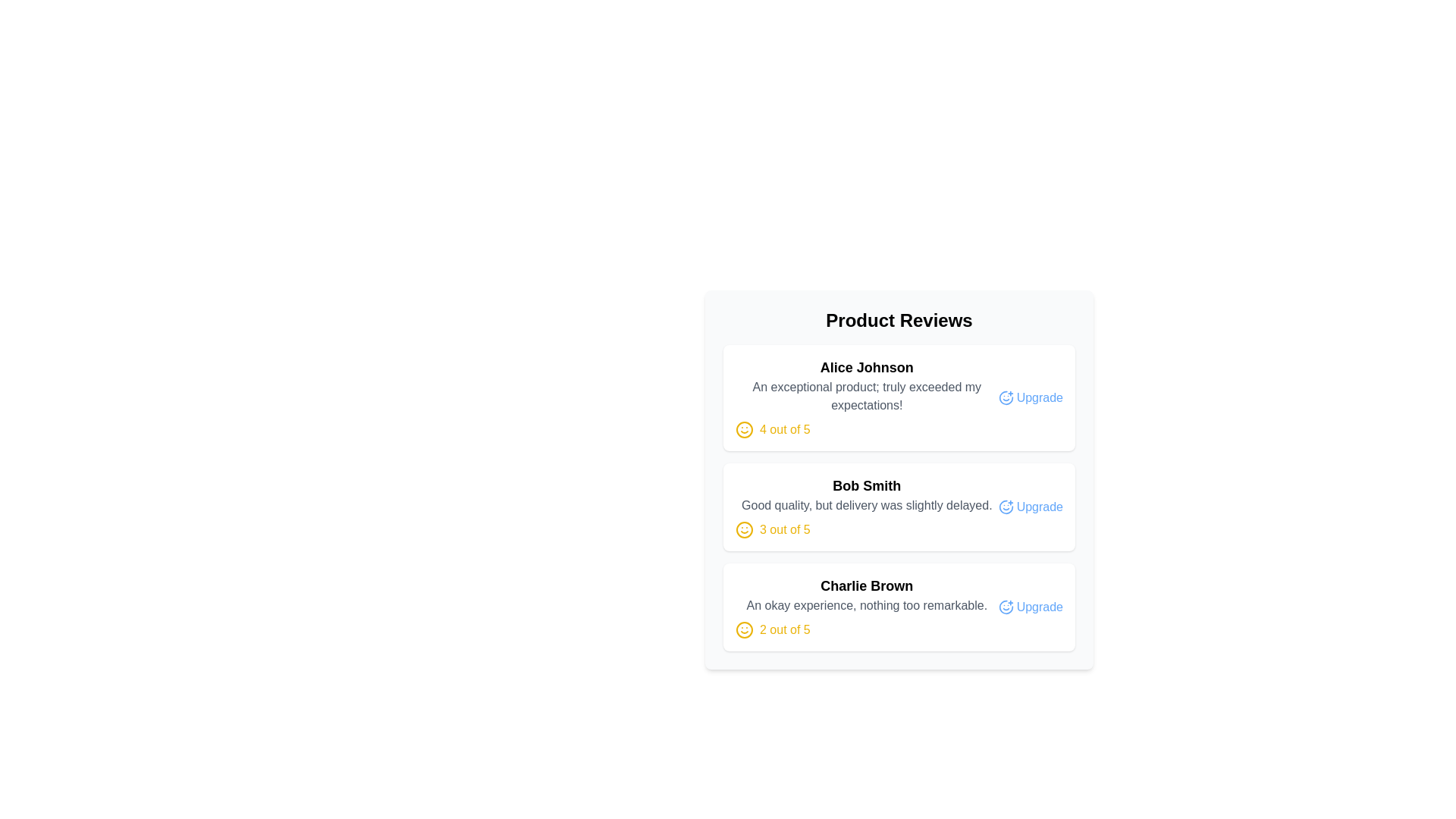 This screenshot has width=1456, height=819. Describe the element at coordinates (1031, 397) in the screenshot. I see `'Upgrade' button for the review by Alice Johnson` at that location.